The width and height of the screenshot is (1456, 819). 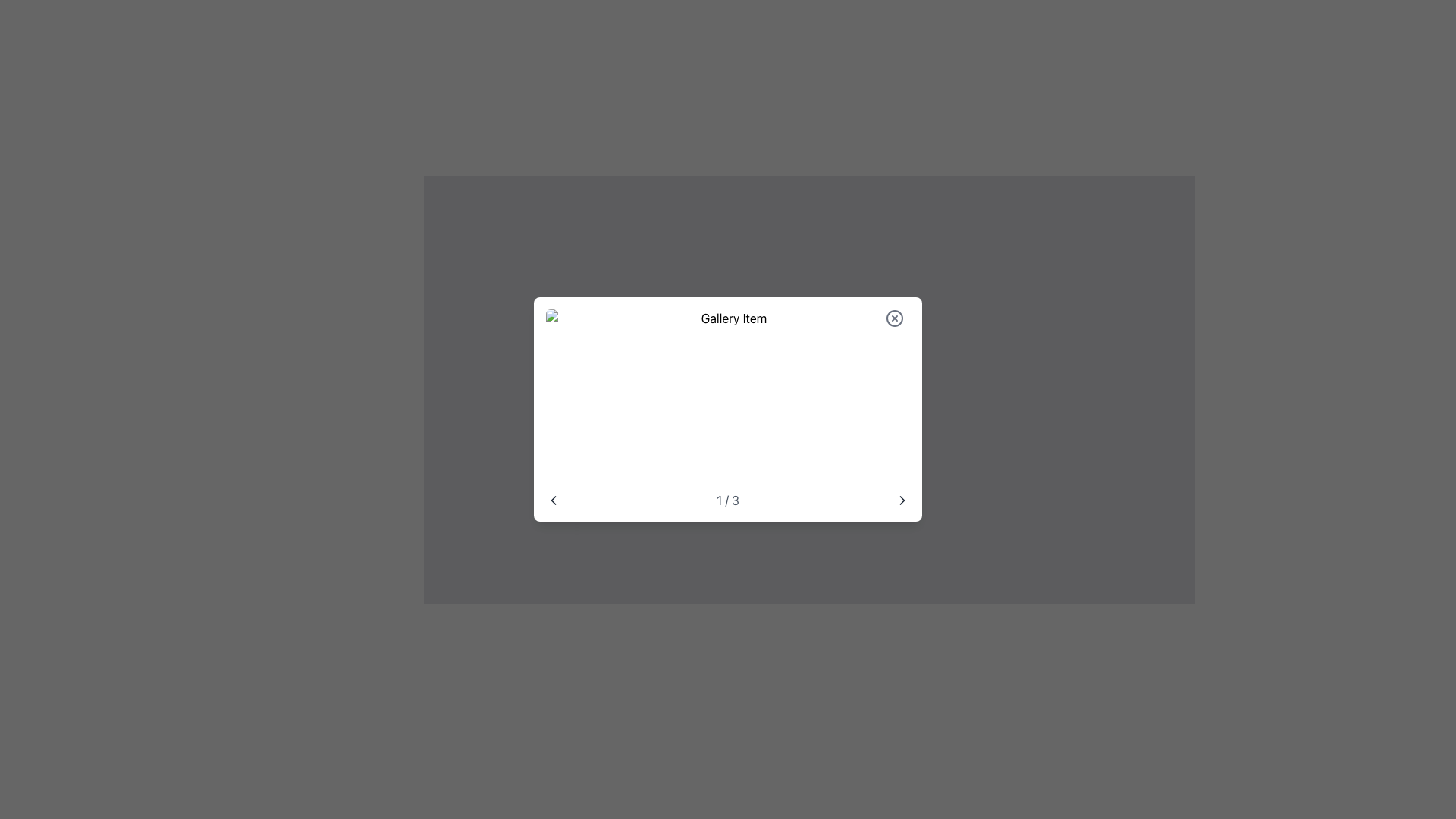 What do you see at coordinates (728, 500) in the screenshot?
I see `the text display that shows '1 / 3', styled in gray font, located at the bottom center of the modal interface` at bounding box center [728, 500].